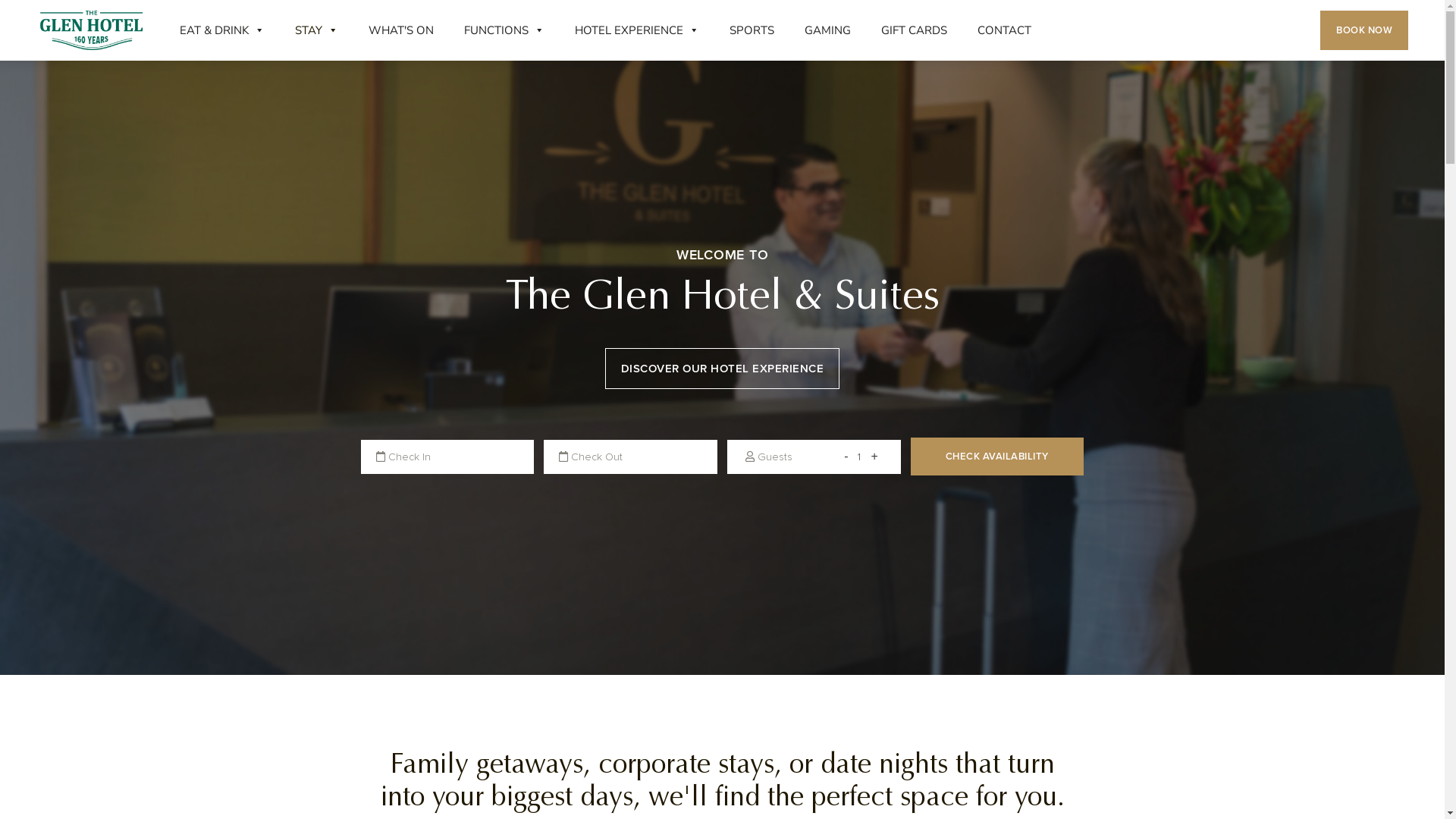  What do you see at coordinates (1004, 30) in the screenshot?
I see `'CONTACT'` at bounding box center [1004, 30].